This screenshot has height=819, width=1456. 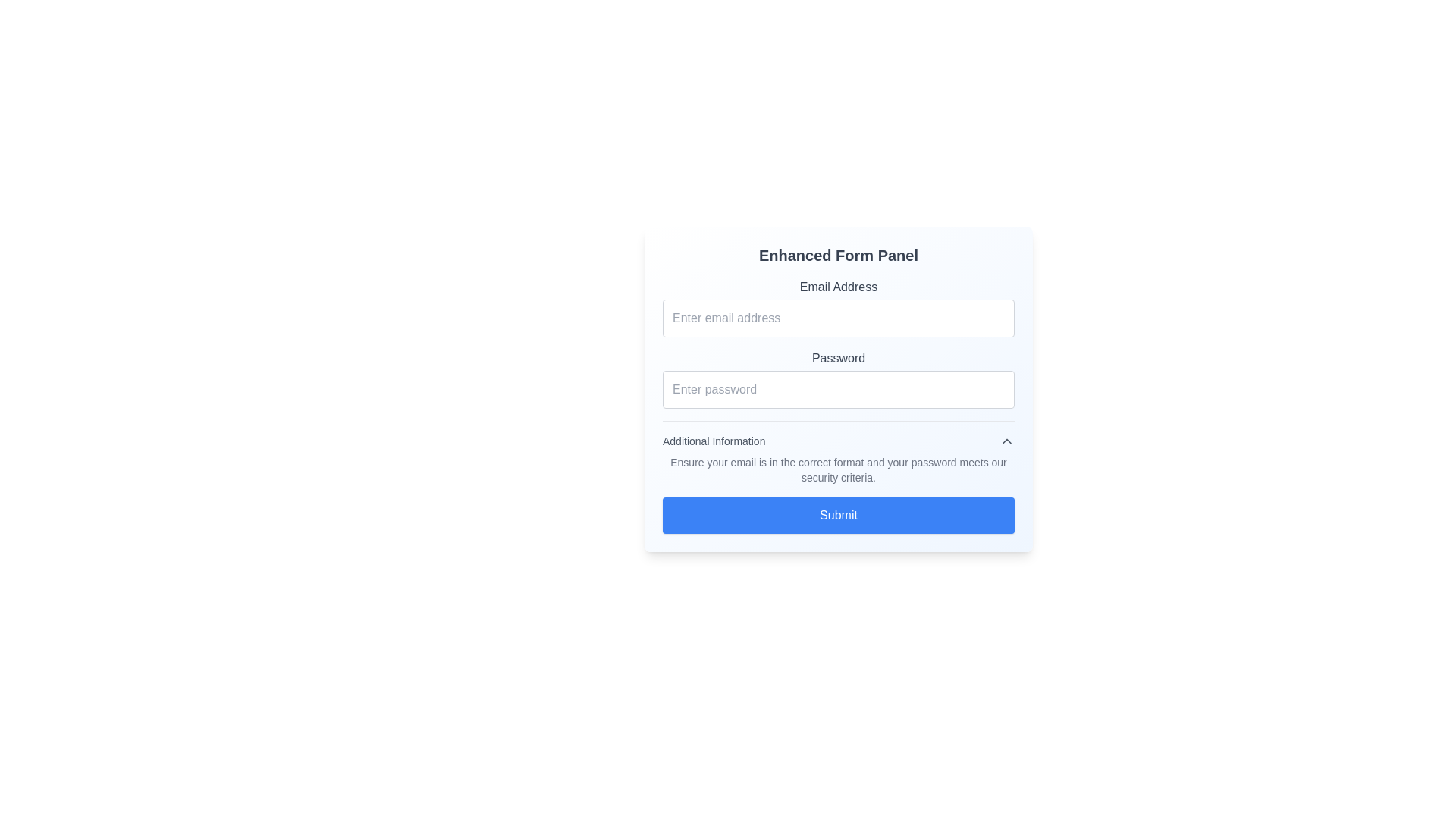 I want to click on the text label that reads 'Enhanced Form Panel', which is prominently displayed in bold and dark grey, located above the 'Email Address' label and input field, so click(x=837, y=254).